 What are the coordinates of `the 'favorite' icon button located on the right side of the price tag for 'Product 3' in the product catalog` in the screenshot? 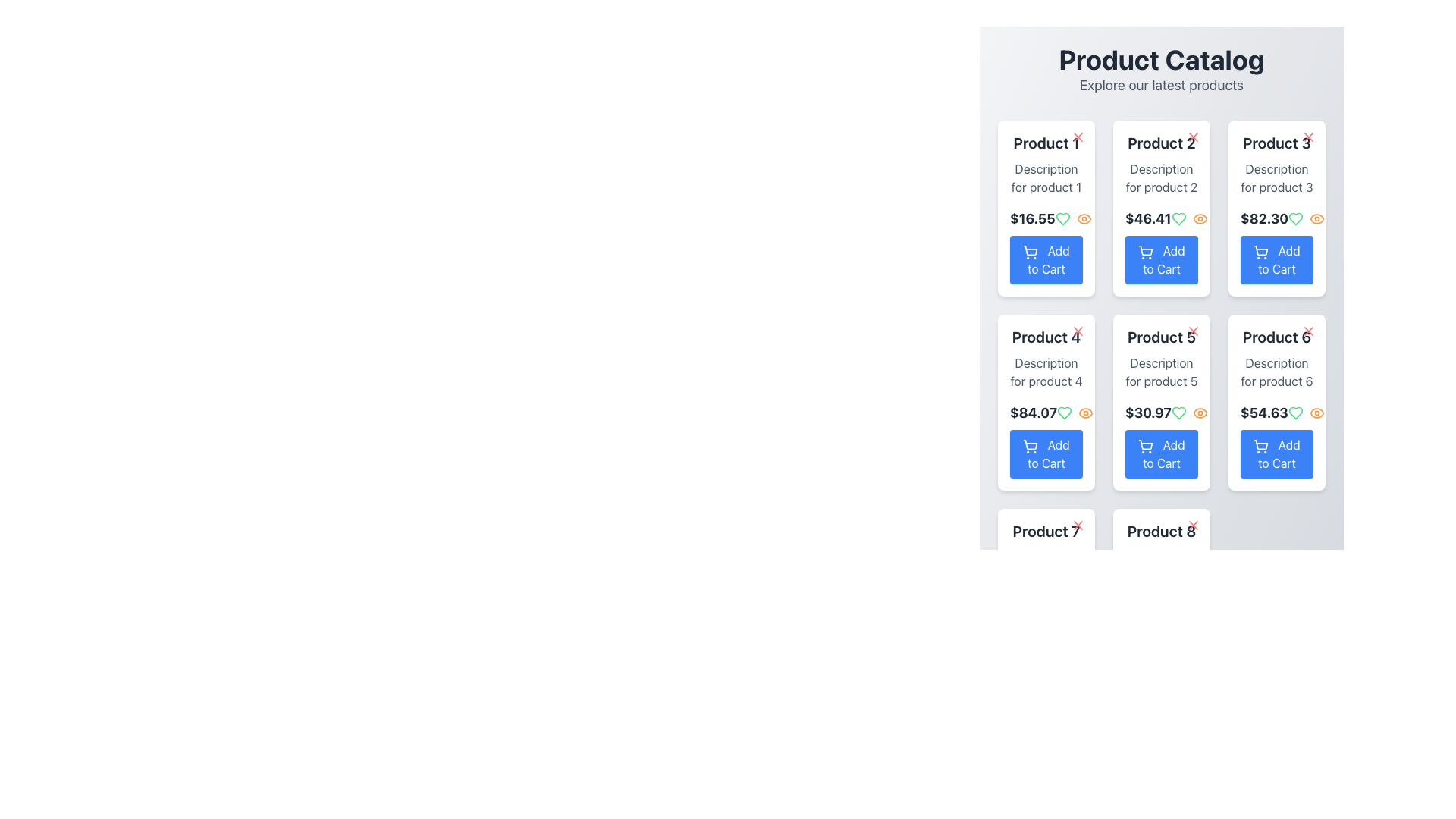 It's located at (1295, 219).